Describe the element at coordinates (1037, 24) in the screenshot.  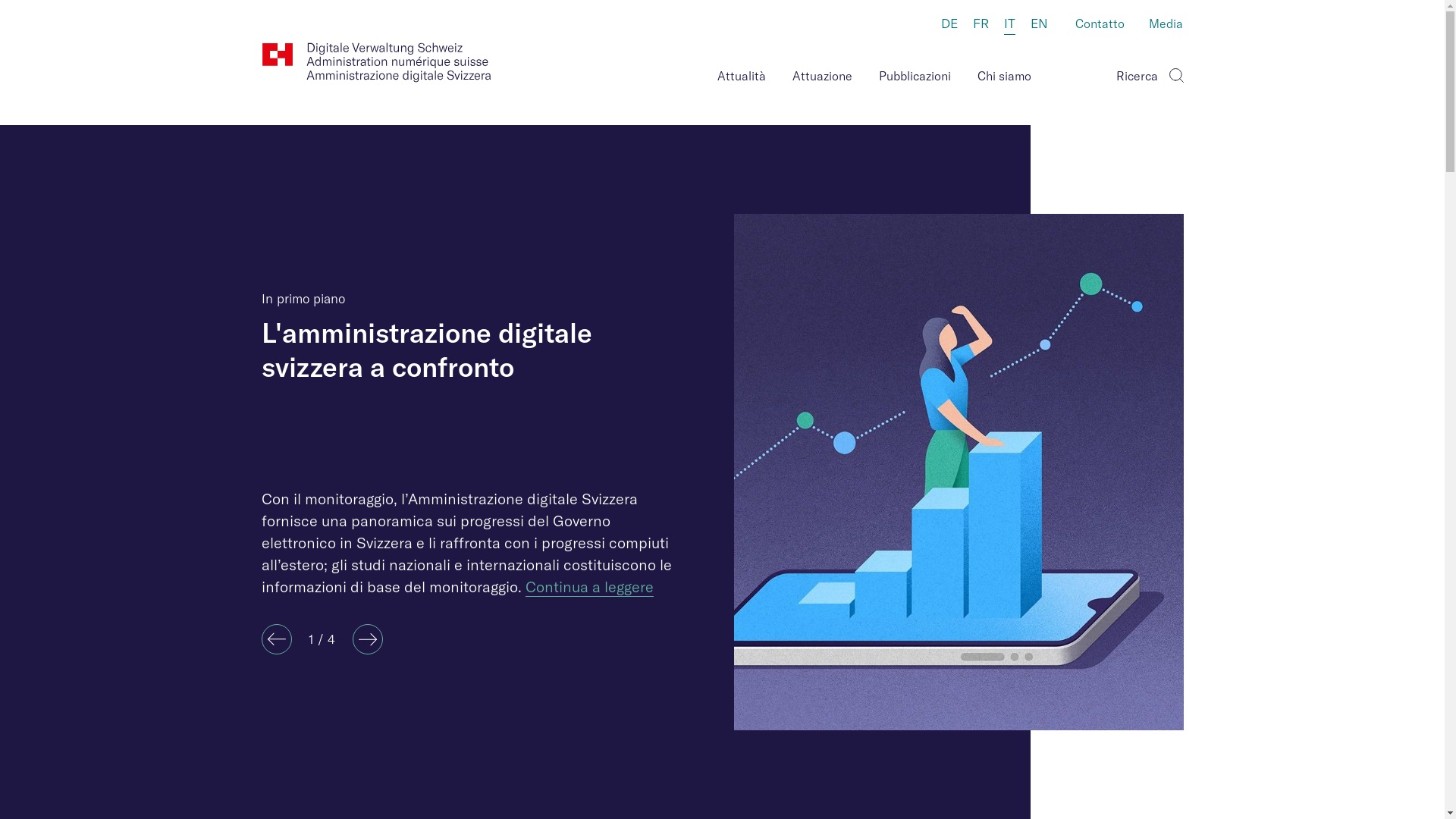
I see `'EN'` at that location.